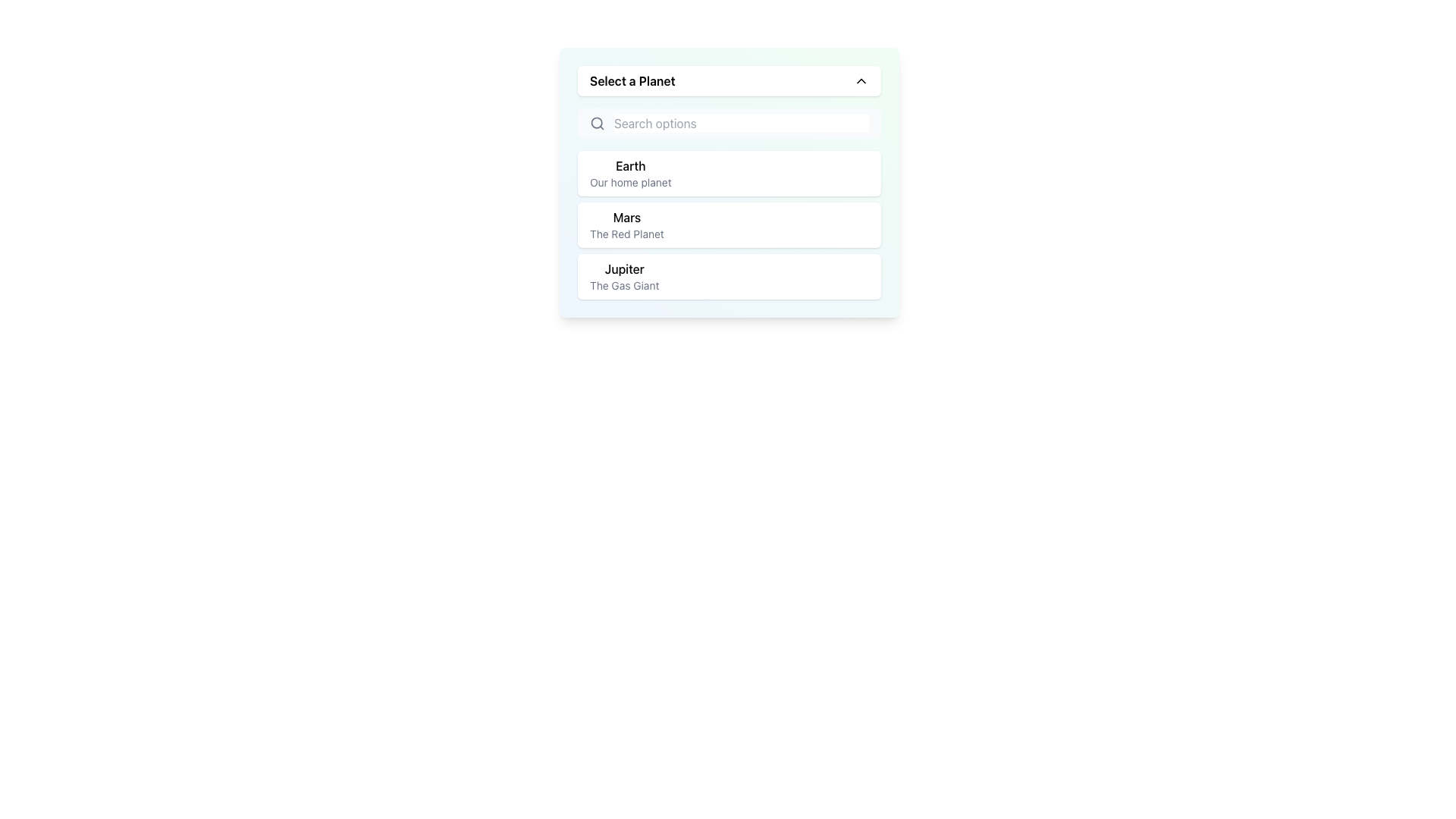 This screenshot has width=1456, height=819. I want to click on the circular graphical element representing the magnifying glass' lens within the SVG icon located at the left side of the search input field in the dropdown interface, so click(596, 122).